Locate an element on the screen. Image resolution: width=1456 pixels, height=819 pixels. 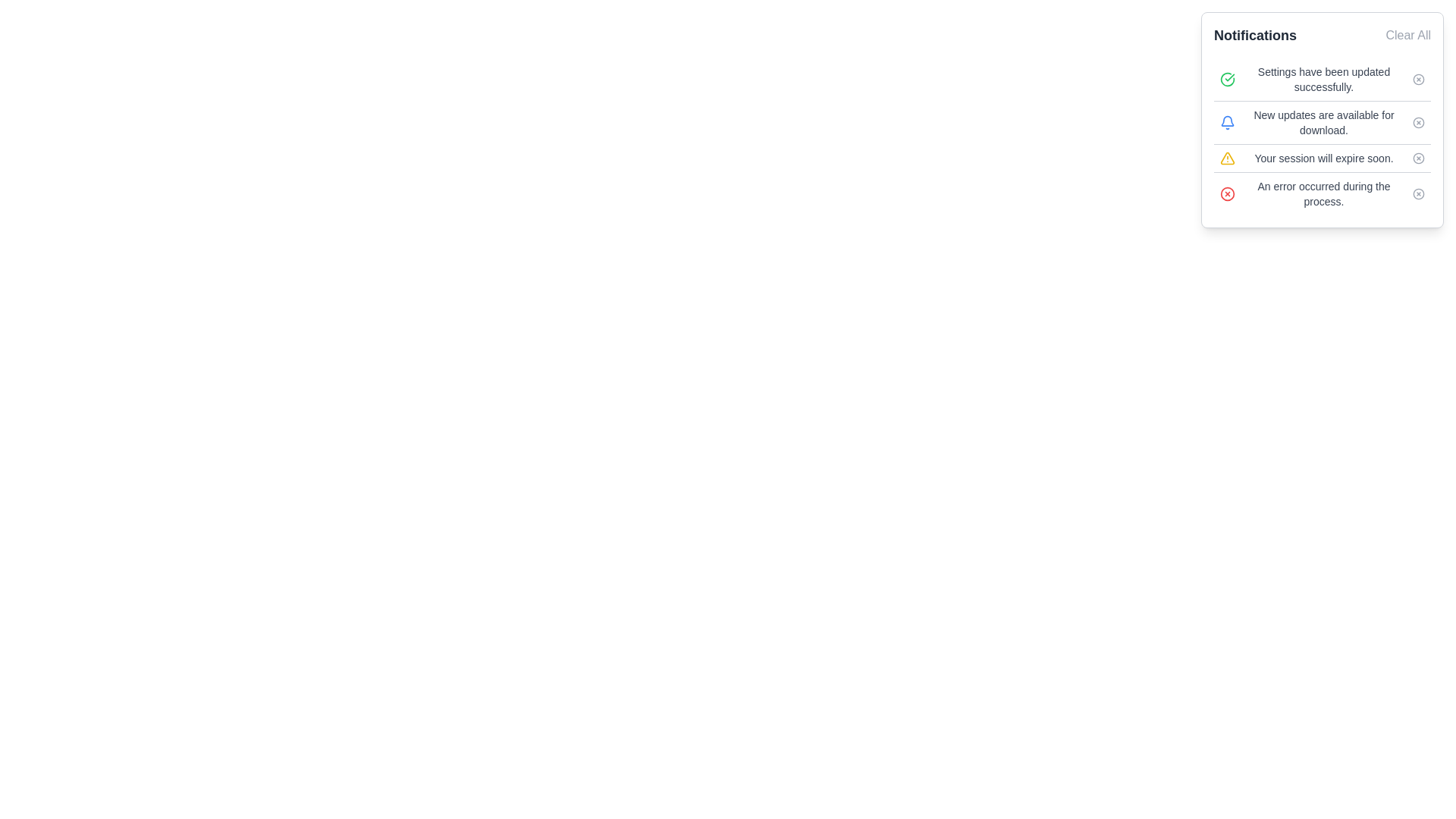
the circular outline of the close button icon located on the far right of a notification entry in the notification panel is located at coordinates (1227, 193).